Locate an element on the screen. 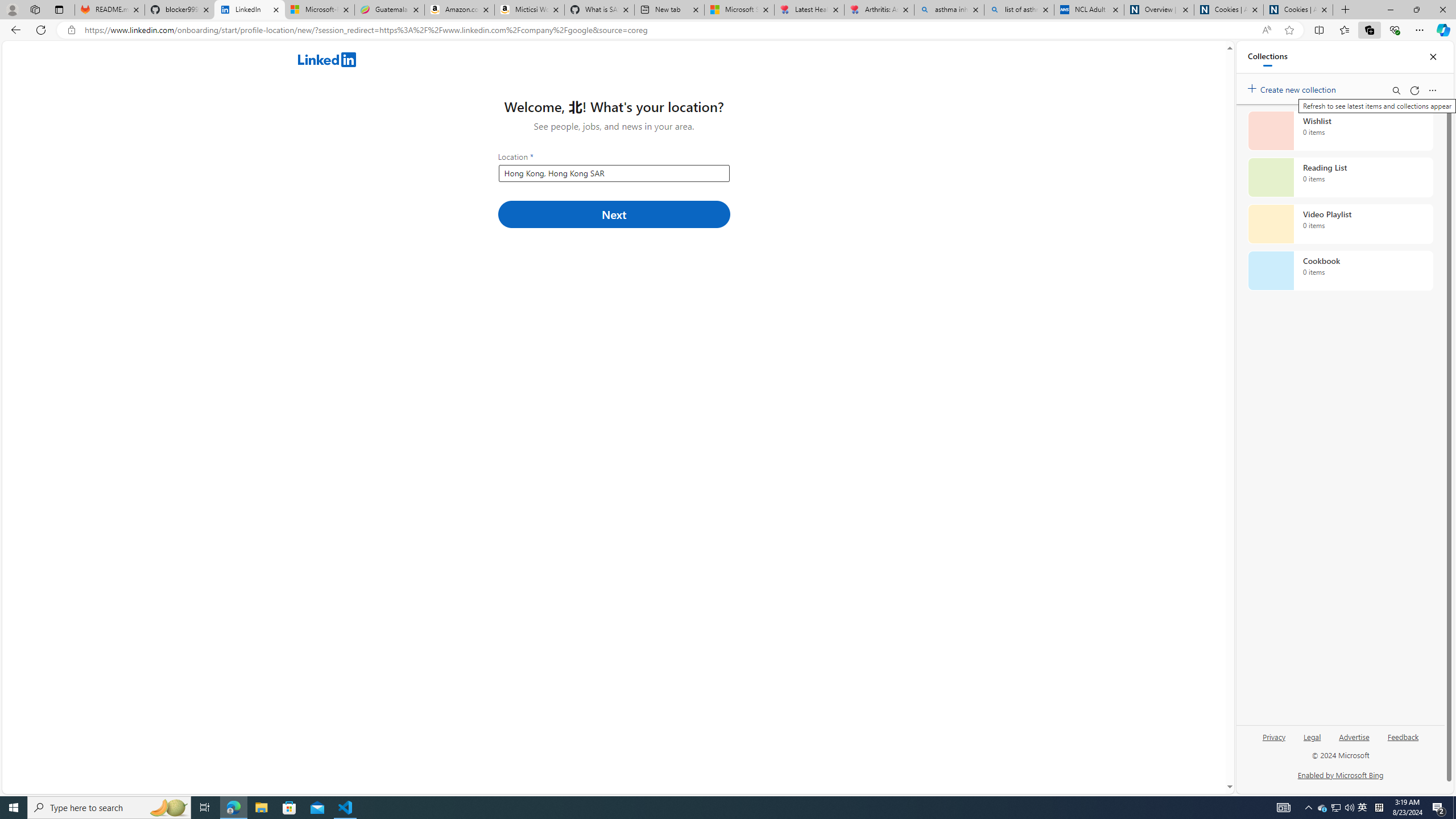  'Video Playlist collection, 0 items' is located at coordinates (1340, 223).